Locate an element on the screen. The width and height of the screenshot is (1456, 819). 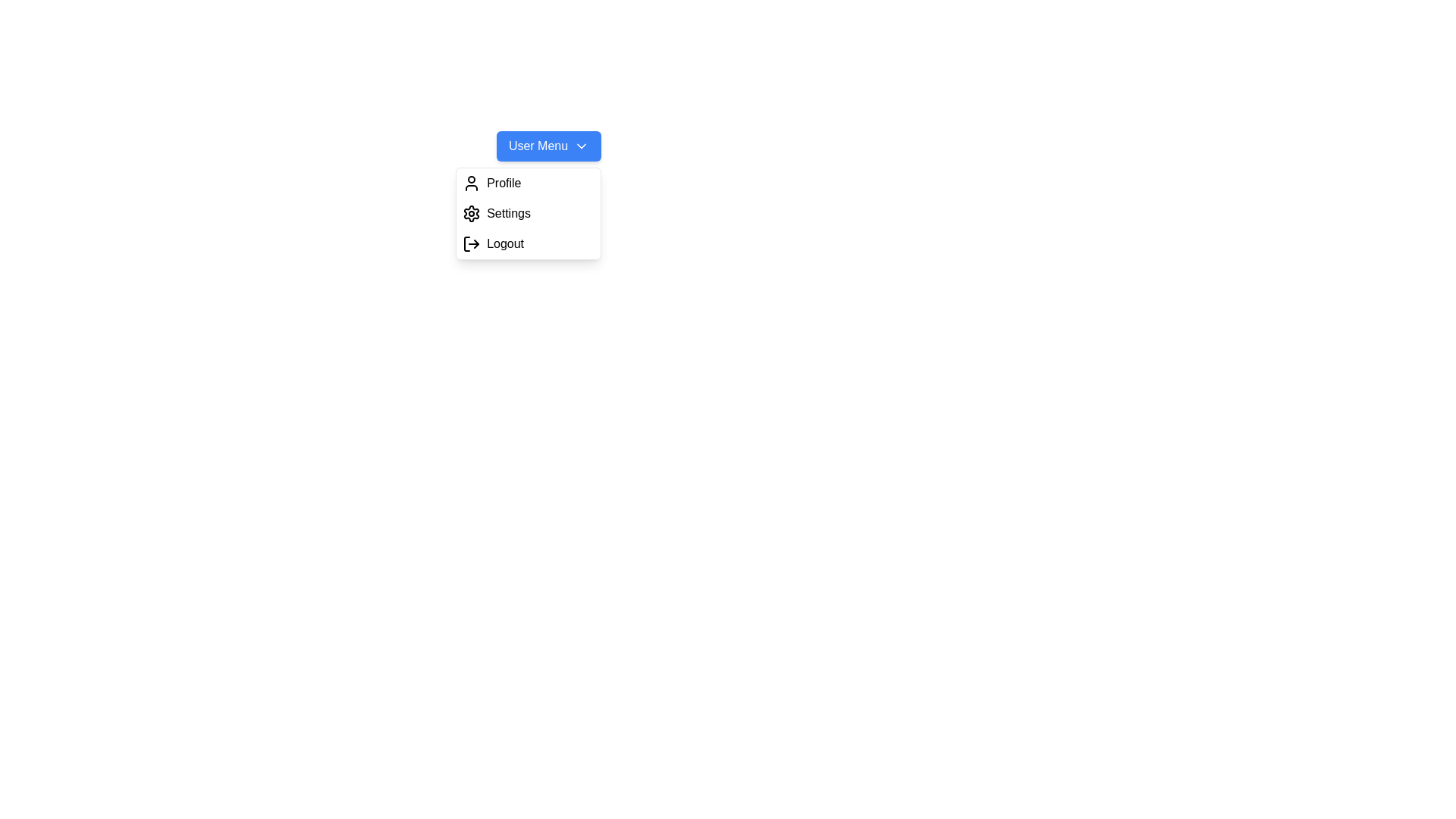
the gear-like settings icon located in the second menu option of the dropdown menu to trigger focus effects is located at coordinates (471, 213).